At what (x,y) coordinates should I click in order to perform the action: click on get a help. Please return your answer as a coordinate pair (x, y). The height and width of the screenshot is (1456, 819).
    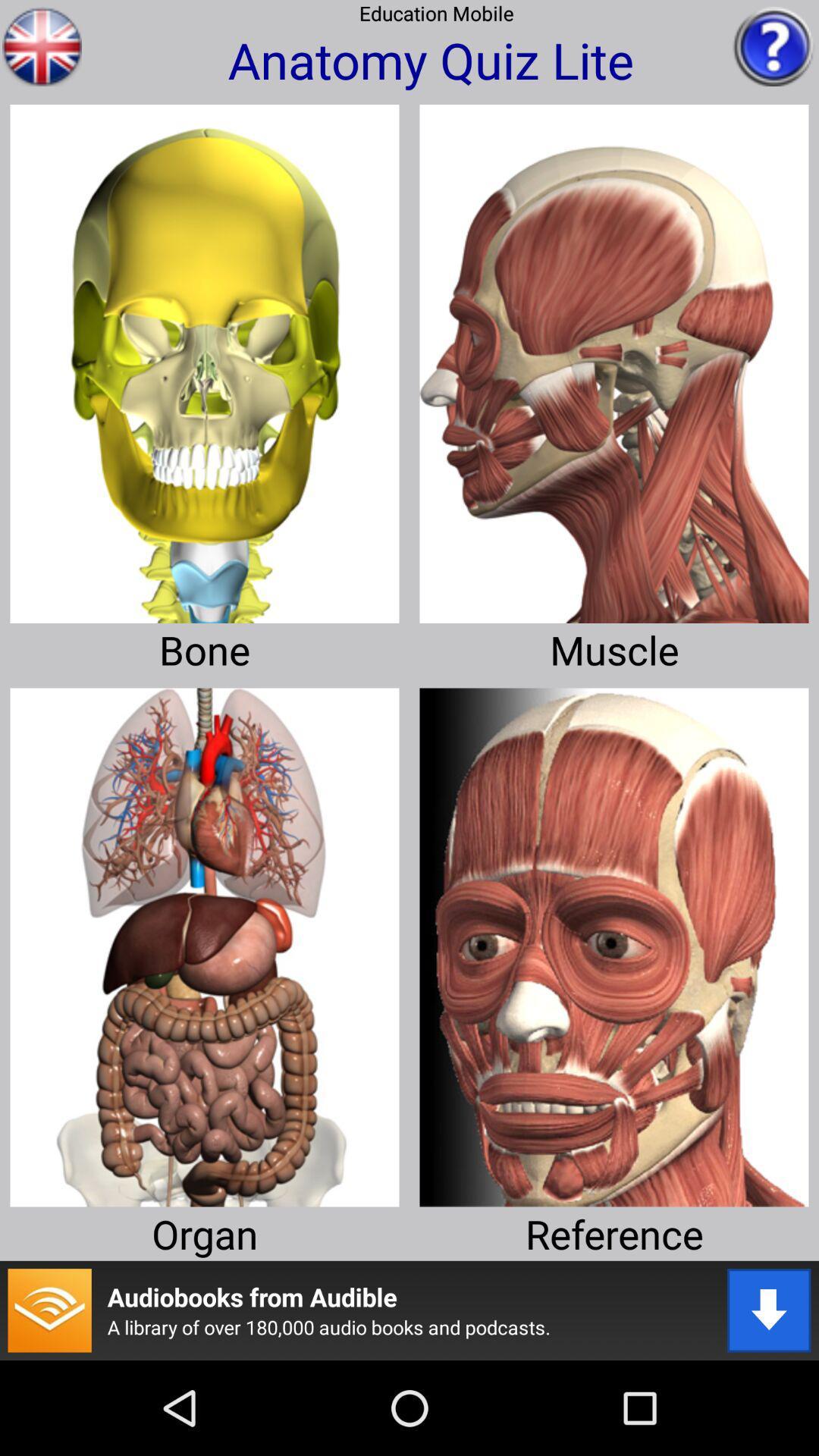
    Looking at the image, I should click on (773, 46).